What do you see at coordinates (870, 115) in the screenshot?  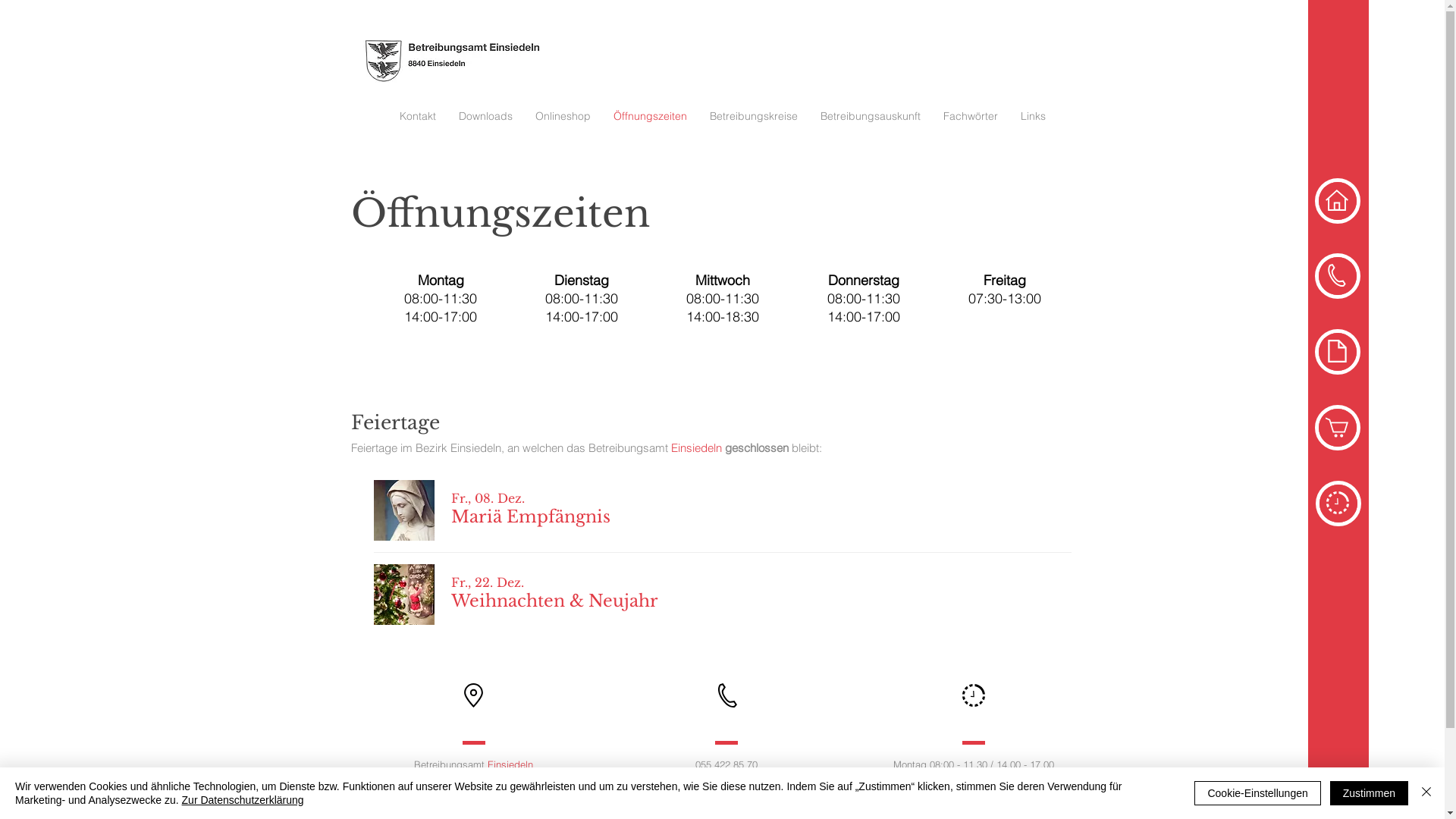 I see `'Betreibungsauskunft'` at bounding box center [870, 115].